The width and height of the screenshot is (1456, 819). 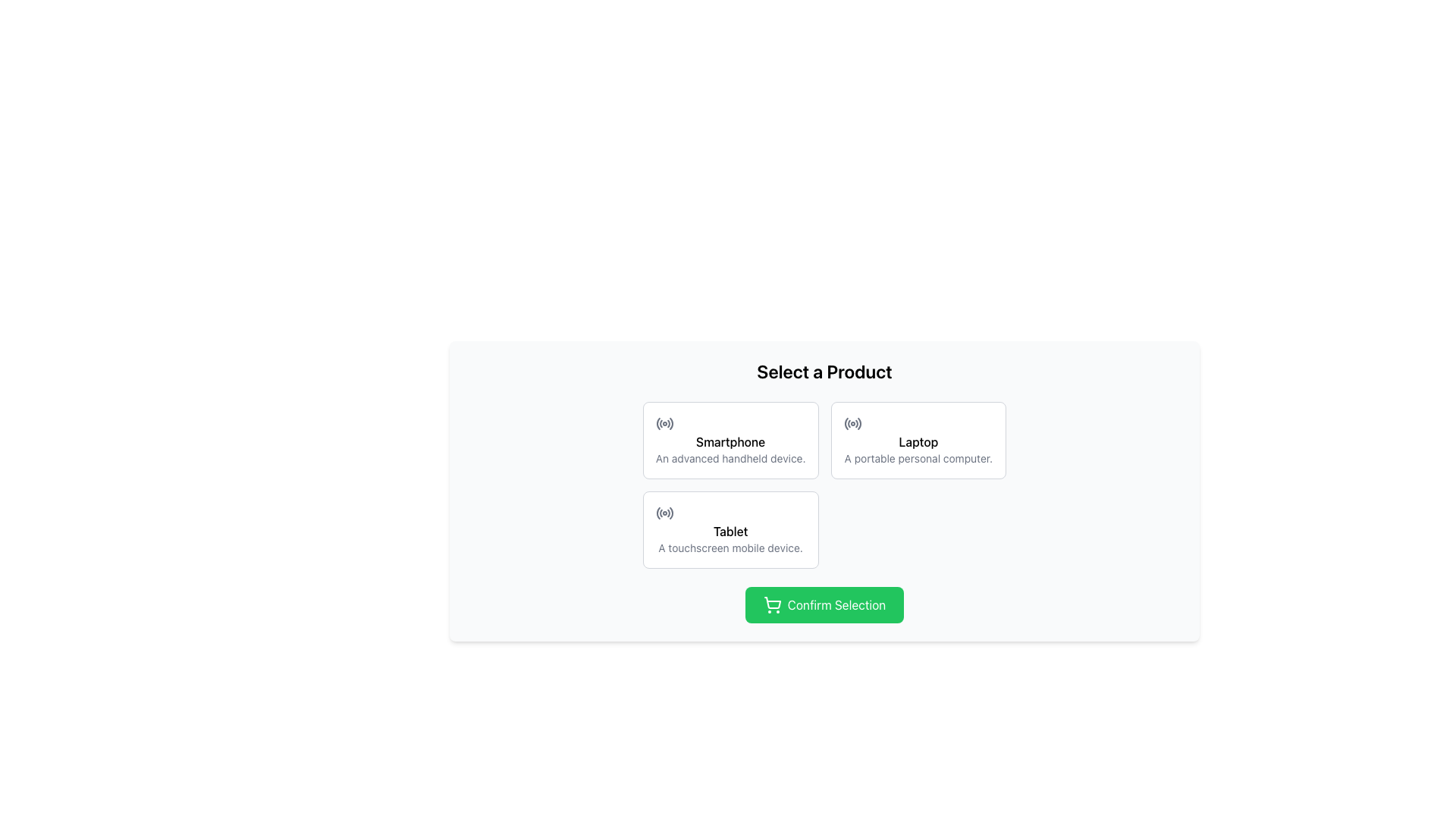 I want to click on the selectable product category item within the grid located beneath the title 'Select a Product' and above the 'Confirm Selection' button, so click(x=824, y=485).